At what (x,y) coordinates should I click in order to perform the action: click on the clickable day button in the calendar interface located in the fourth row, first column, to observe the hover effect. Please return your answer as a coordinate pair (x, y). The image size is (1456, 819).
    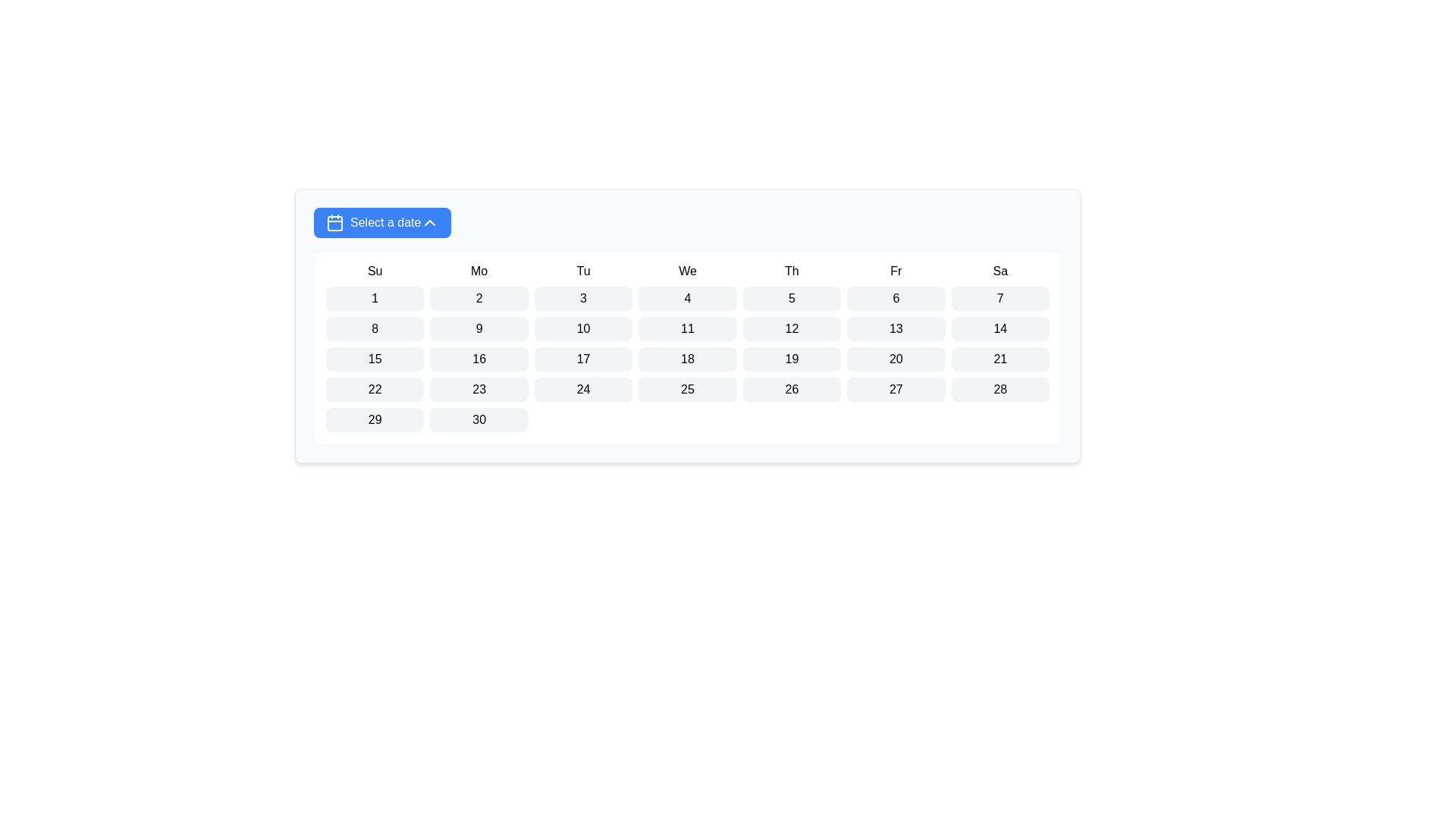
    Looking at the image, I should click on (375, 359).